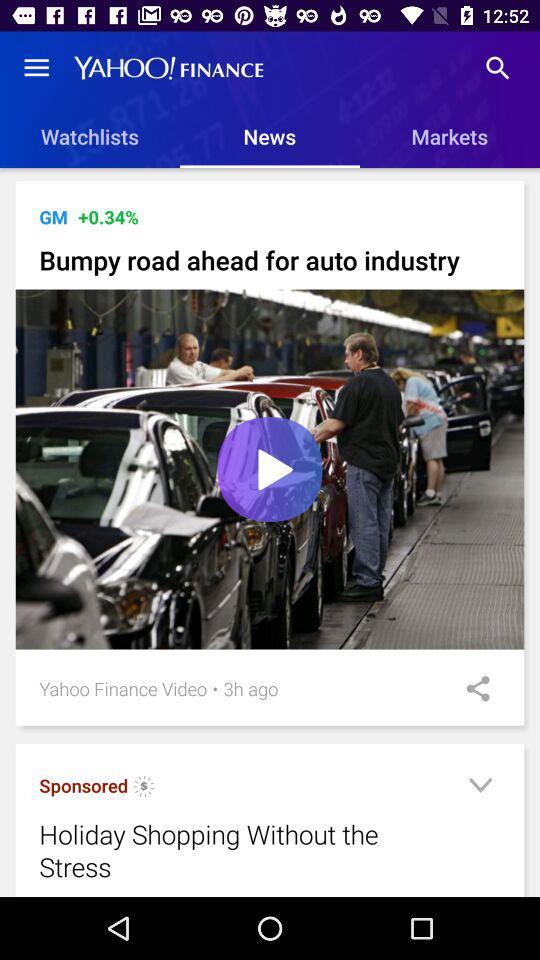 This screenshot has width=540, height=960. I want to click on icon next to 3h ago, so click(471, 688).